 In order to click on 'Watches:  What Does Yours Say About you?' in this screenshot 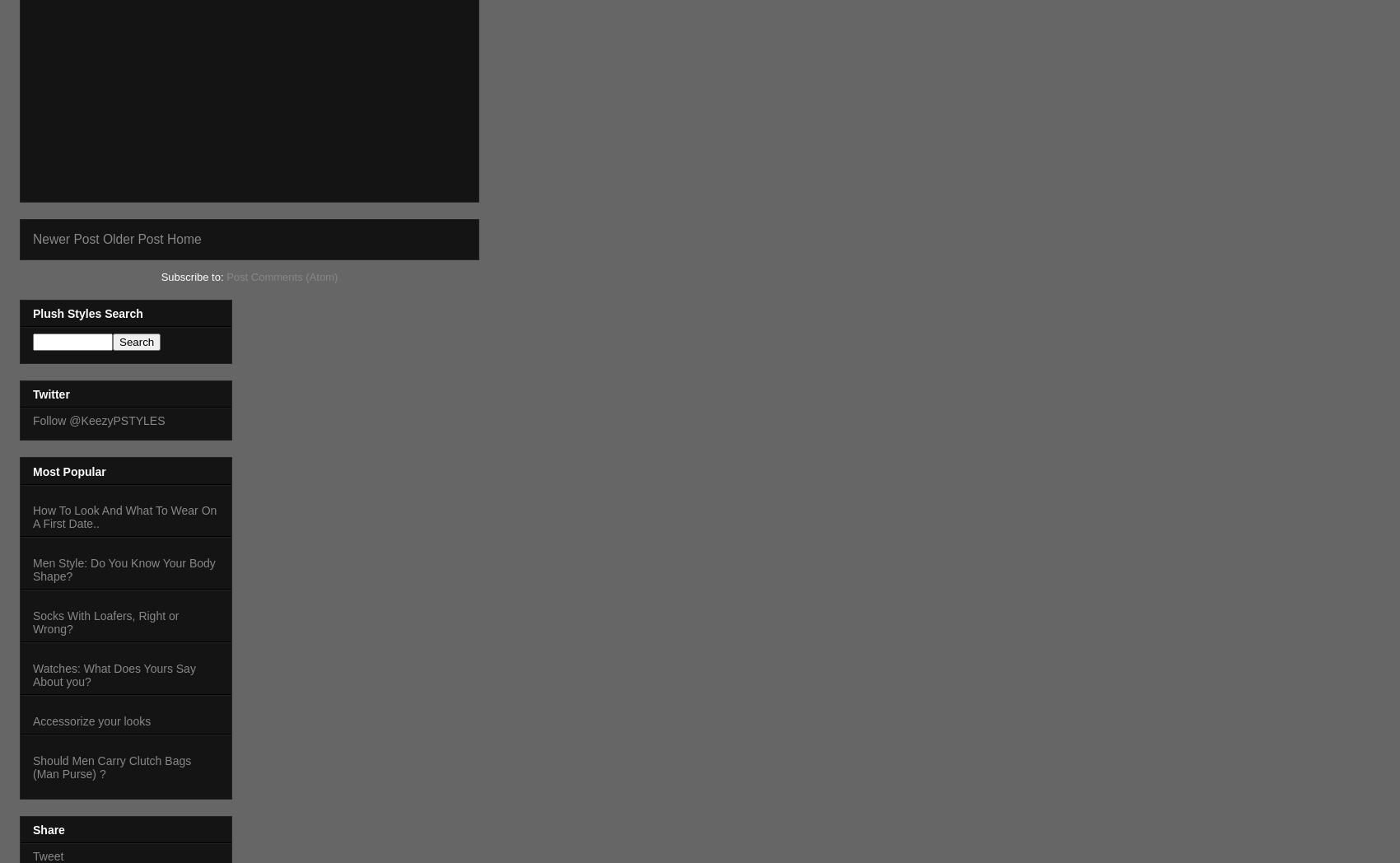, I will do `click(113, 674)`.